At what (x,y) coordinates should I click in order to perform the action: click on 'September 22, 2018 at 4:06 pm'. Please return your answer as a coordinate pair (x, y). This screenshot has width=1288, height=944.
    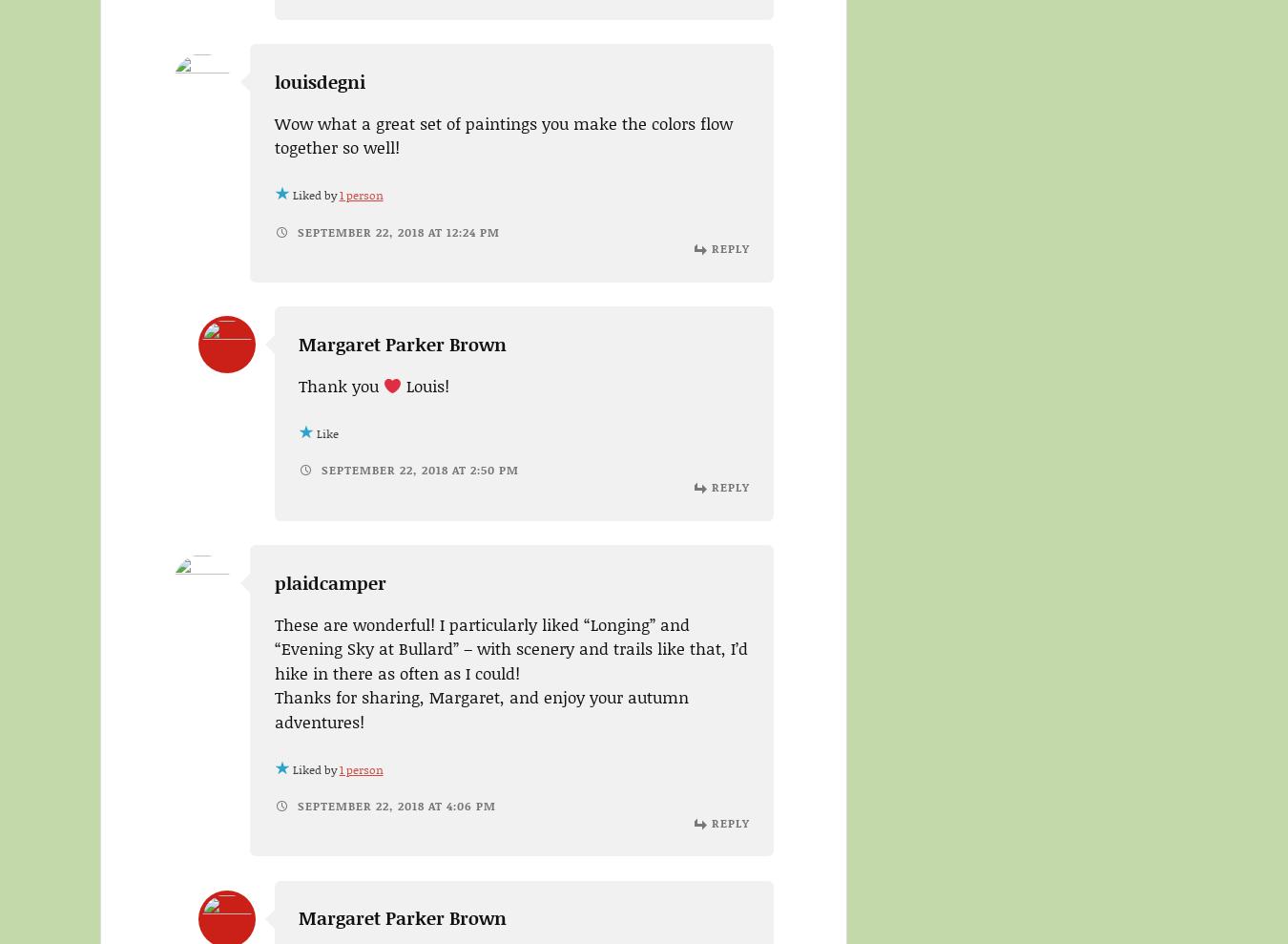
    Looking at the image, I should click on (393, 806).